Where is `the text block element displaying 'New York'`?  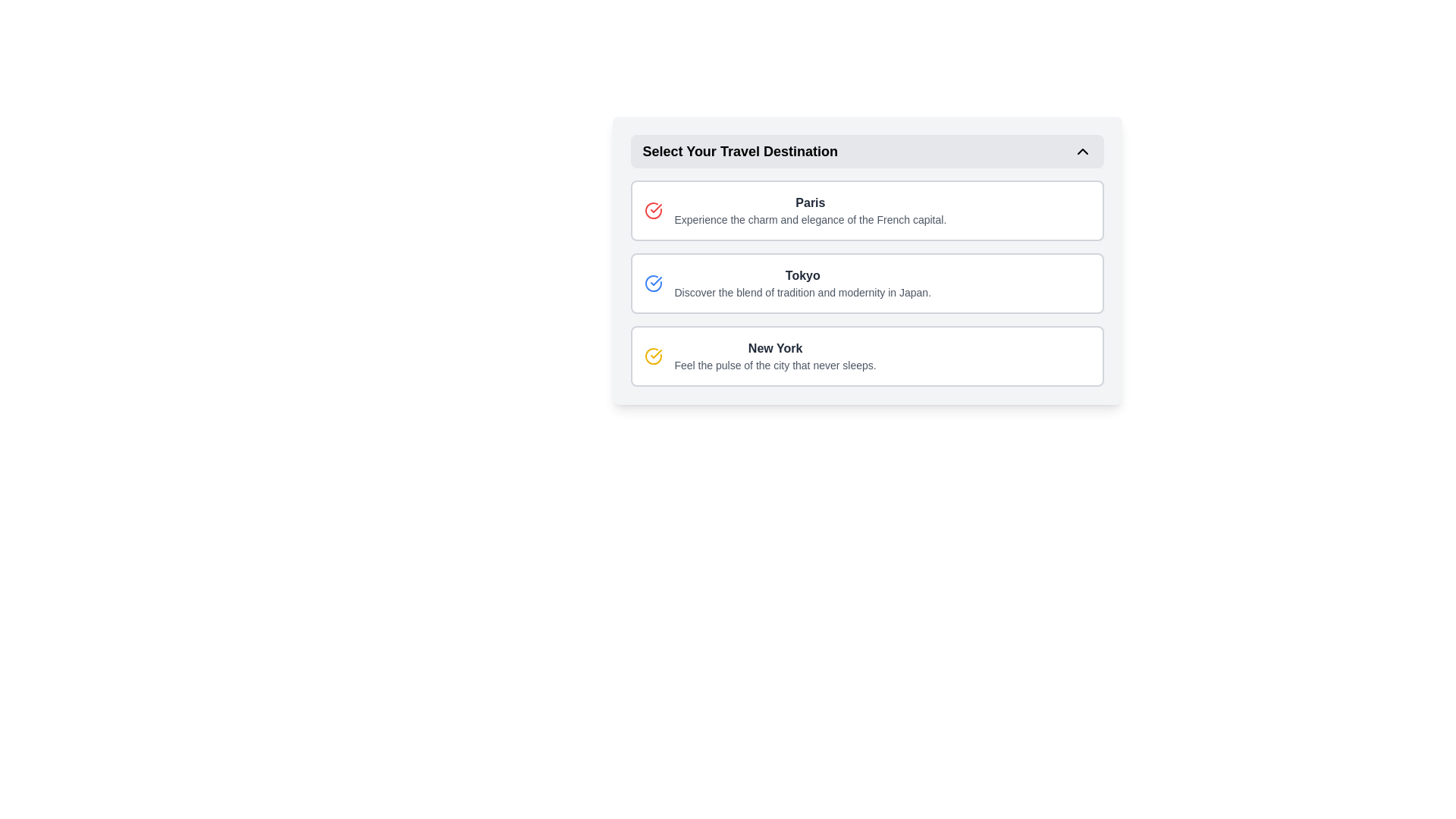 the text block element displaying 'New York' is located at coordinates (775, 356).